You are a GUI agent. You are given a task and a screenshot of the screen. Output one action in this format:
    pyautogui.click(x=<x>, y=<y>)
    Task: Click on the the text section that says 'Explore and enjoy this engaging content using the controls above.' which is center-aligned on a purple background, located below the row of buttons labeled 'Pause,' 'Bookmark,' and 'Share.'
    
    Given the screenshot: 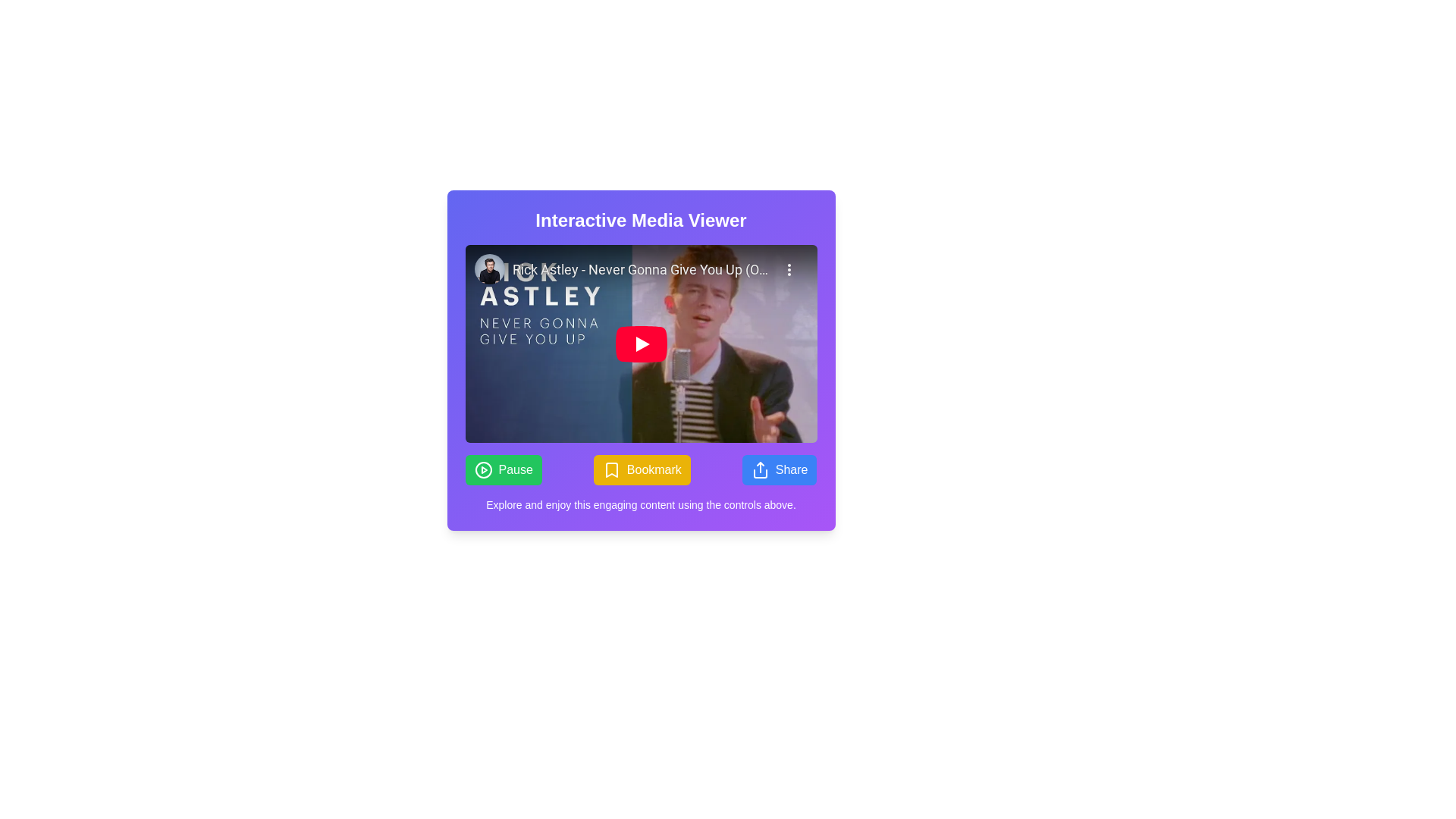 What is the action you would take?
    pyautogui.click(x=641, y=505)
    